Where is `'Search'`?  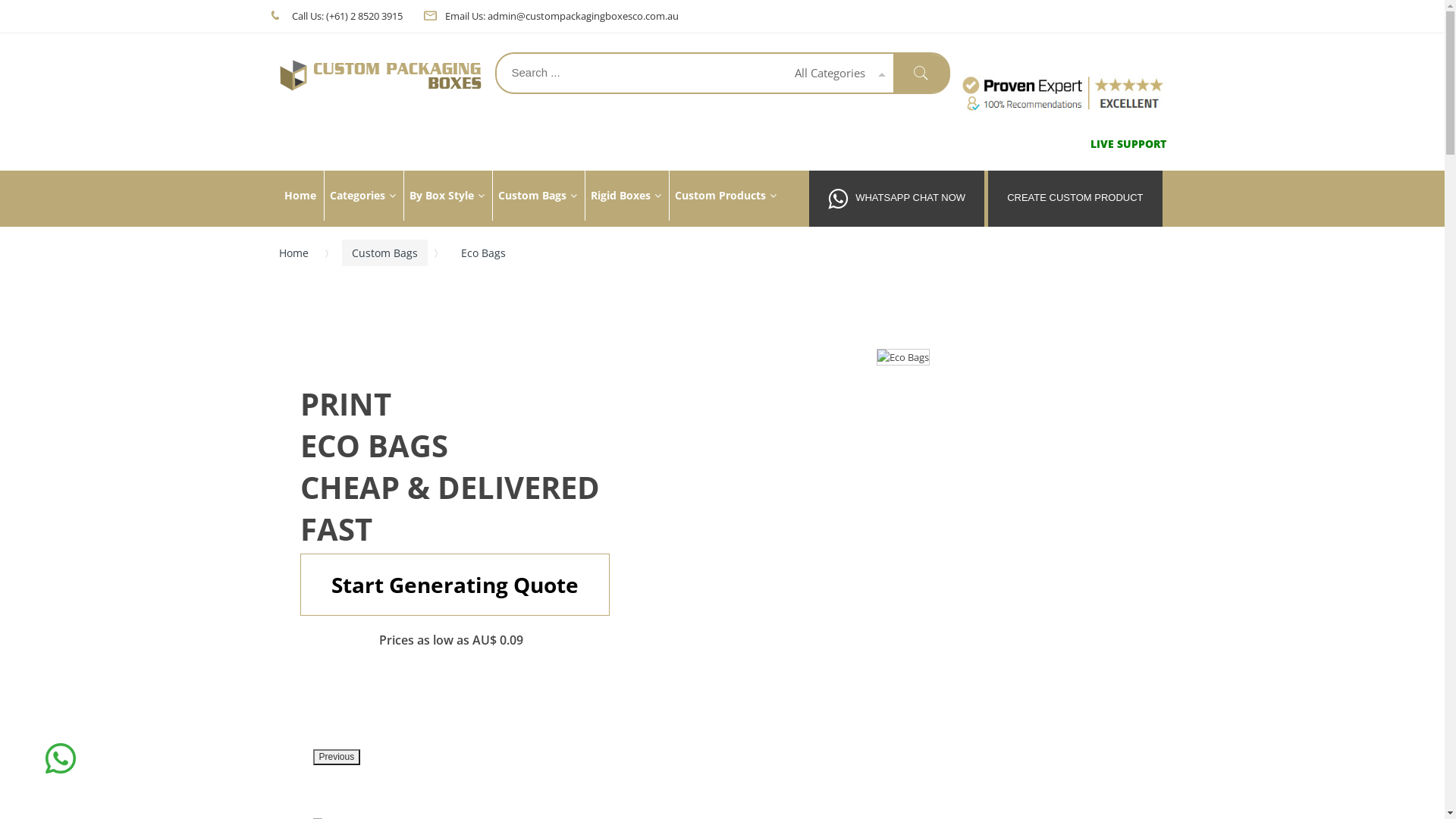 'Search' is located at coordinates (921, 73).